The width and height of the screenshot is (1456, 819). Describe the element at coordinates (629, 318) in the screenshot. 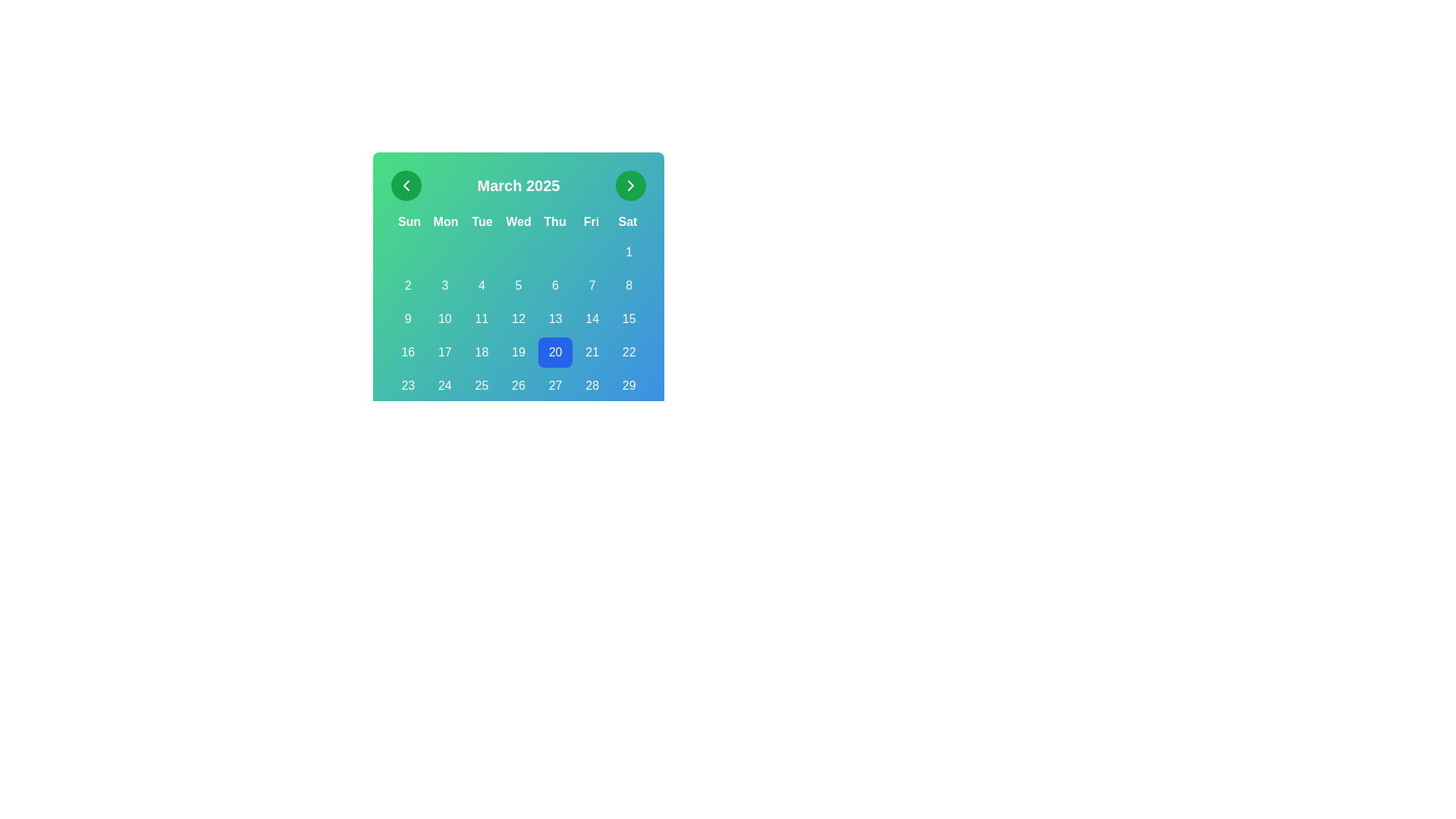

I see `the interactive calendar day cell displaying the number '15'` at that location.